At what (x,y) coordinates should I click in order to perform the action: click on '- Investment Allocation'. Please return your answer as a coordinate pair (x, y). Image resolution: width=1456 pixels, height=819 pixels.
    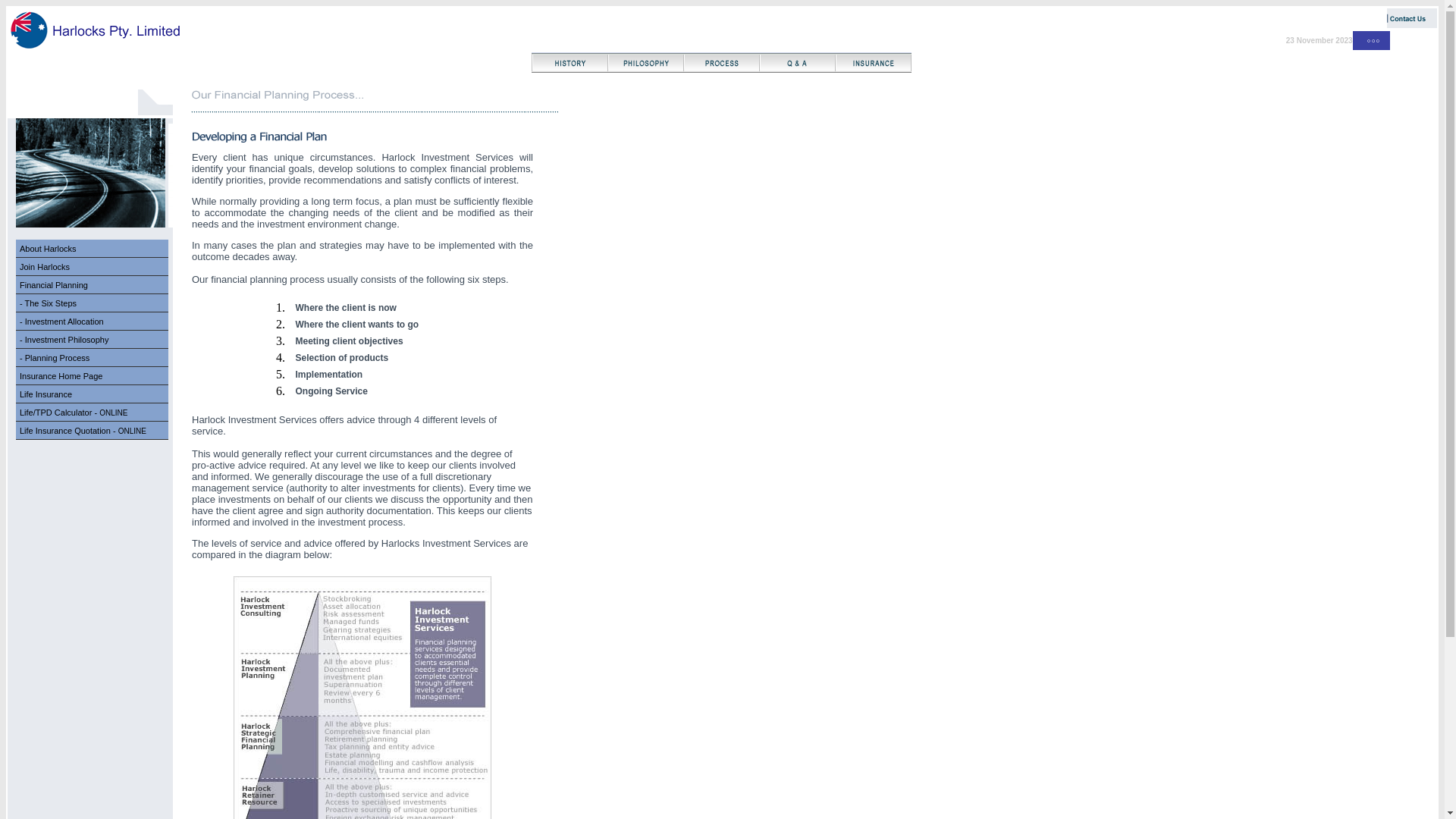
    Looking at the image, I should click on (19, 321).